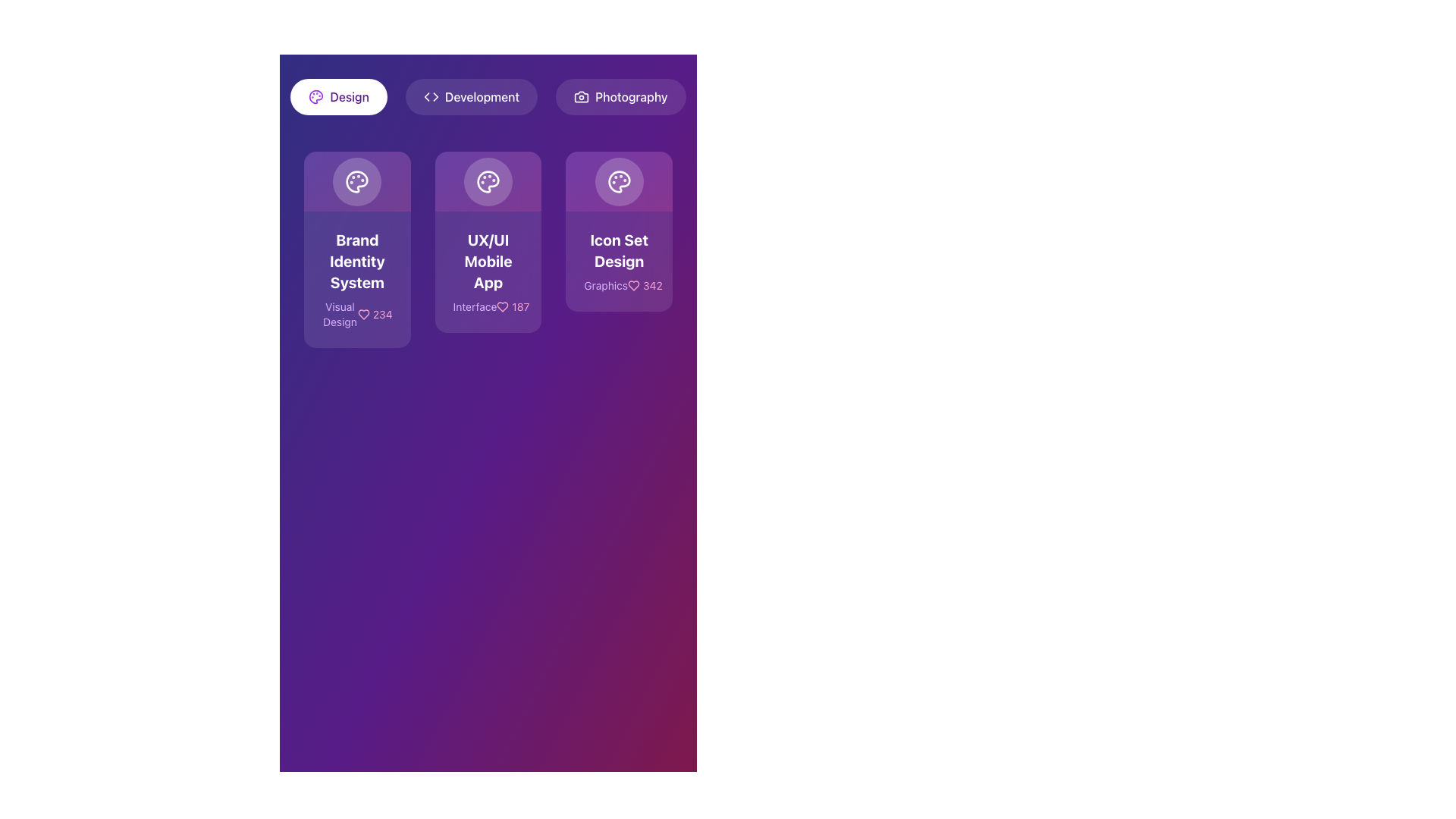  I want to click on text content of the 'Visual Design' text label, which is displayed in a light purple font on a darker purple background, positioned above the like counter and heart icon on the 'Brand Identity System' card, so click(339, 314).